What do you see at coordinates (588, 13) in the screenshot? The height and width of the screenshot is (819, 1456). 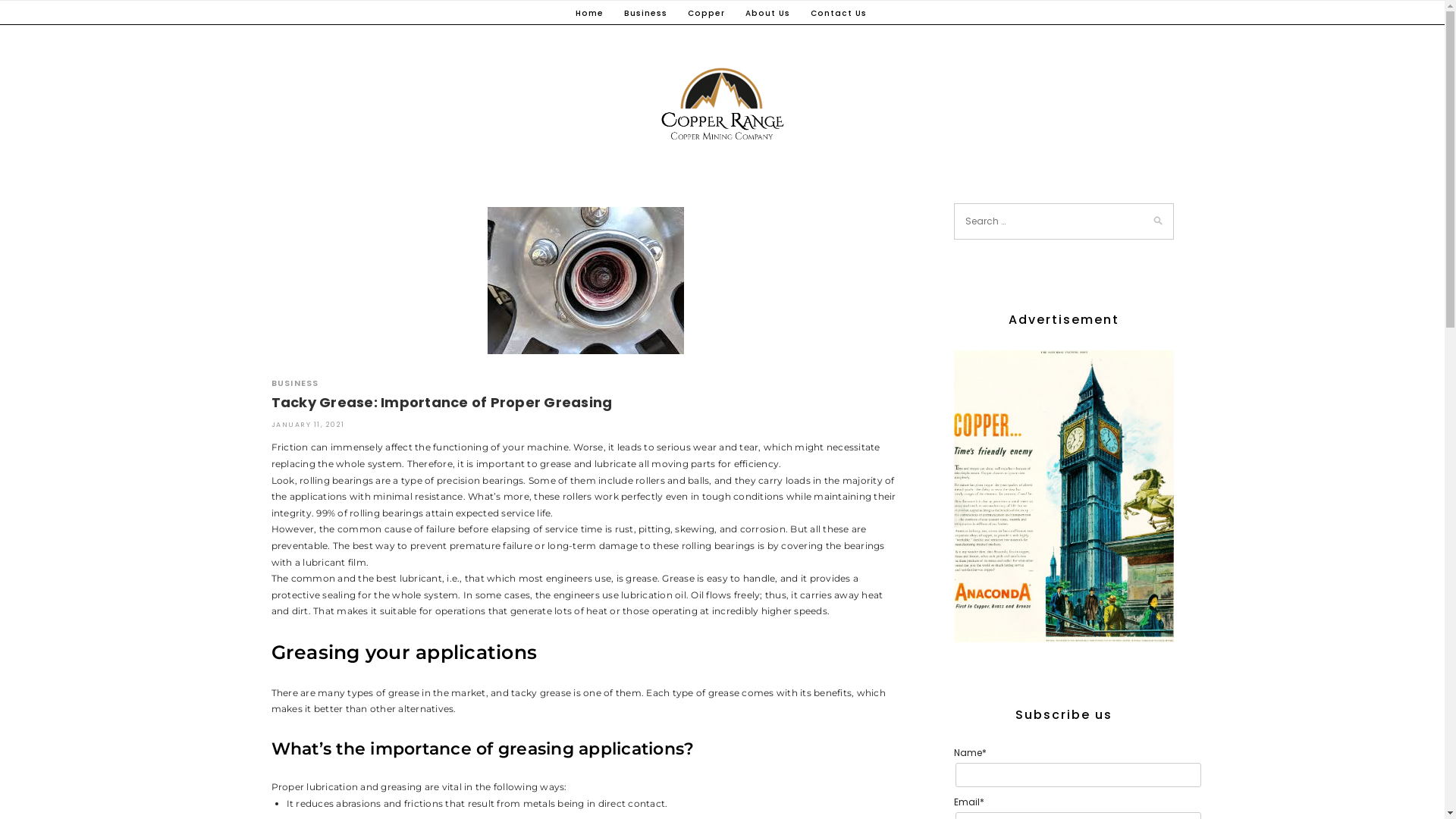 I see `'Home'` at bounding box center [588, 13].